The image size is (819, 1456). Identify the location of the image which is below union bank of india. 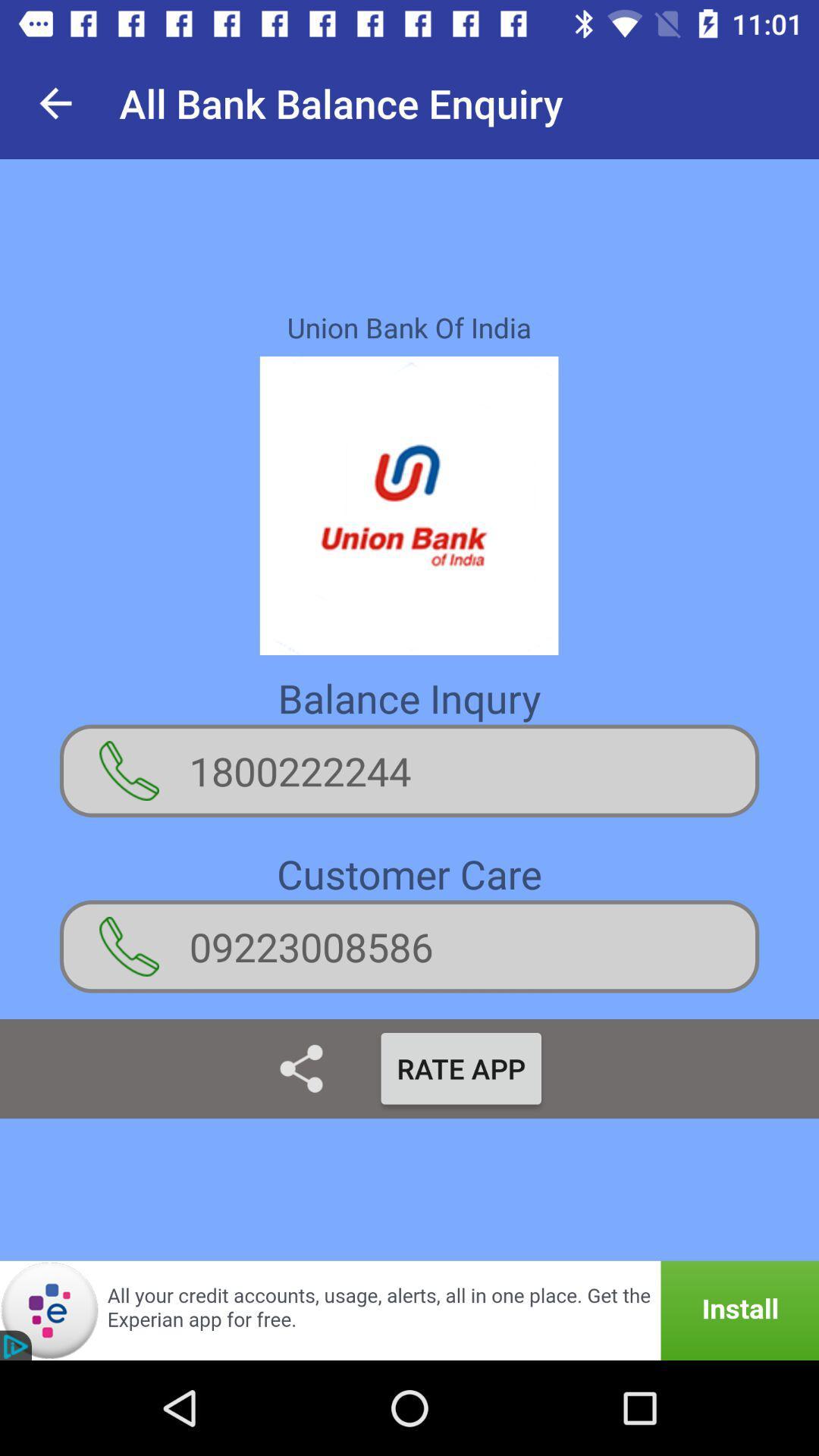
(409, 506).